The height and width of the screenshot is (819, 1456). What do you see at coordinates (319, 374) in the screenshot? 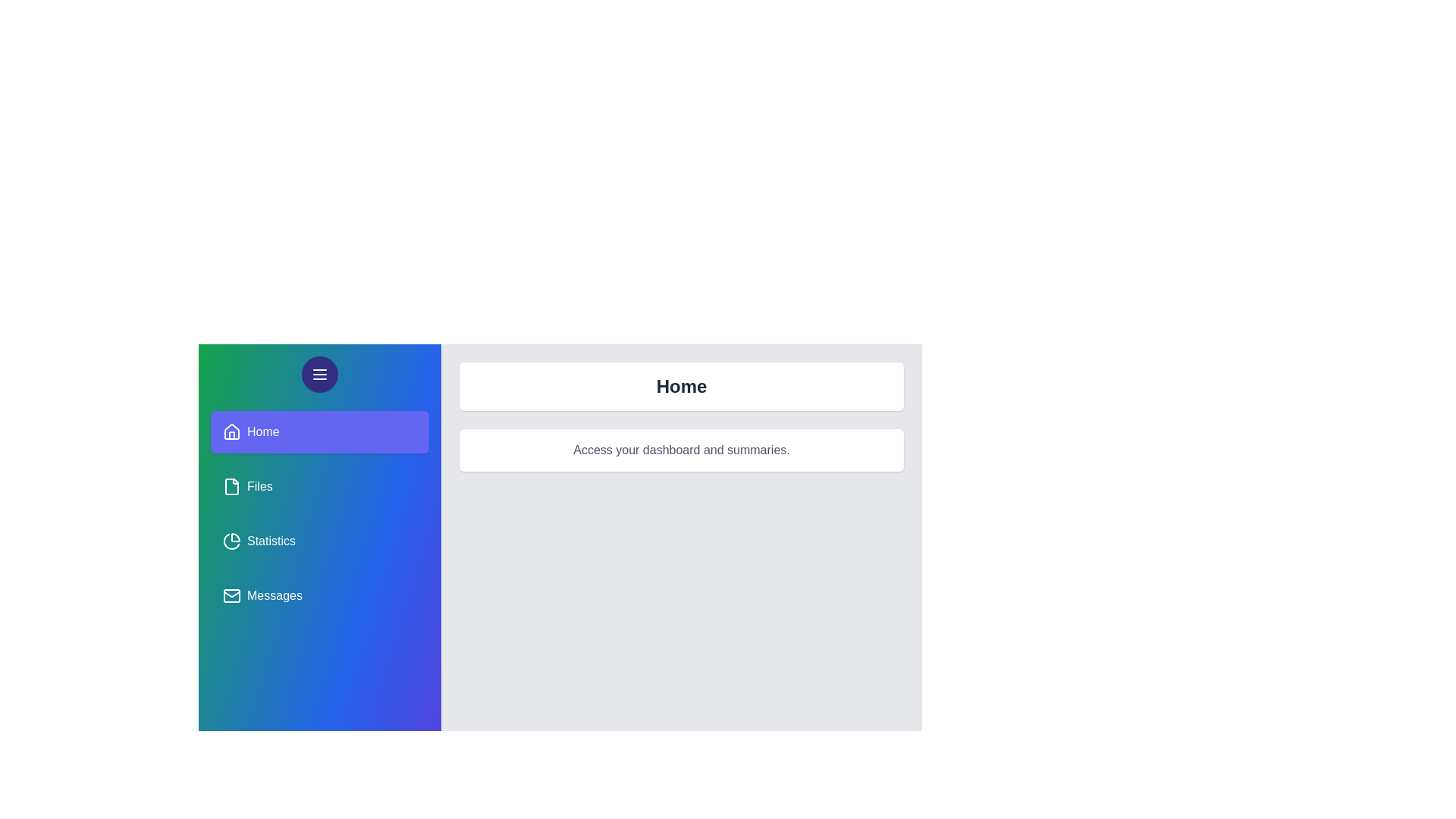
I see `the menu button to toggle the drawer state` at bounding box center [319, 374].